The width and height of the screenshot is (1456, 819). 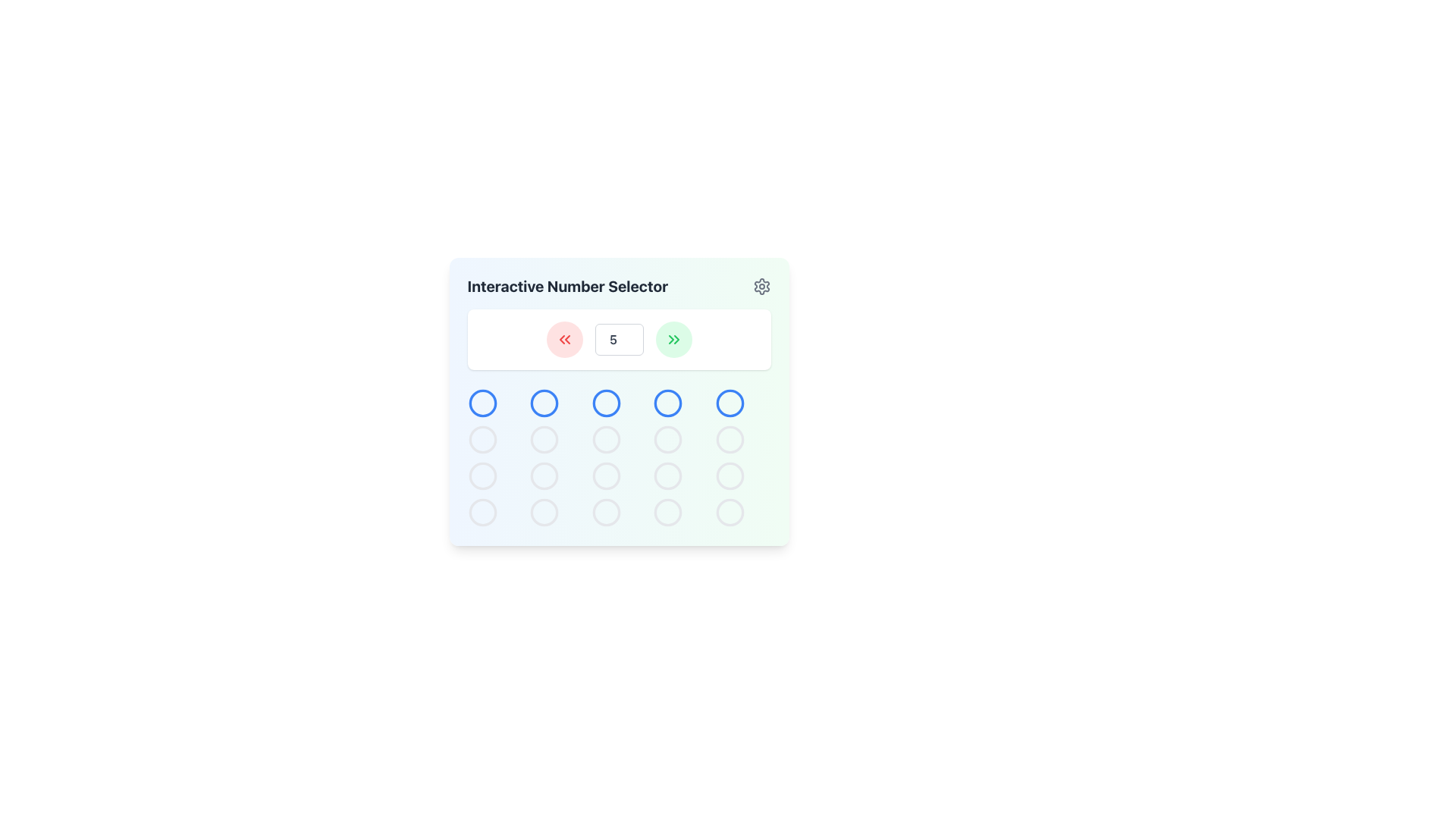 What do you see at coordinates (667, 512) in the screenshot?
I see `inactive circular icon in the fifth column and fourth row of the interactive number selector grid` at bounding box center [667, 512].